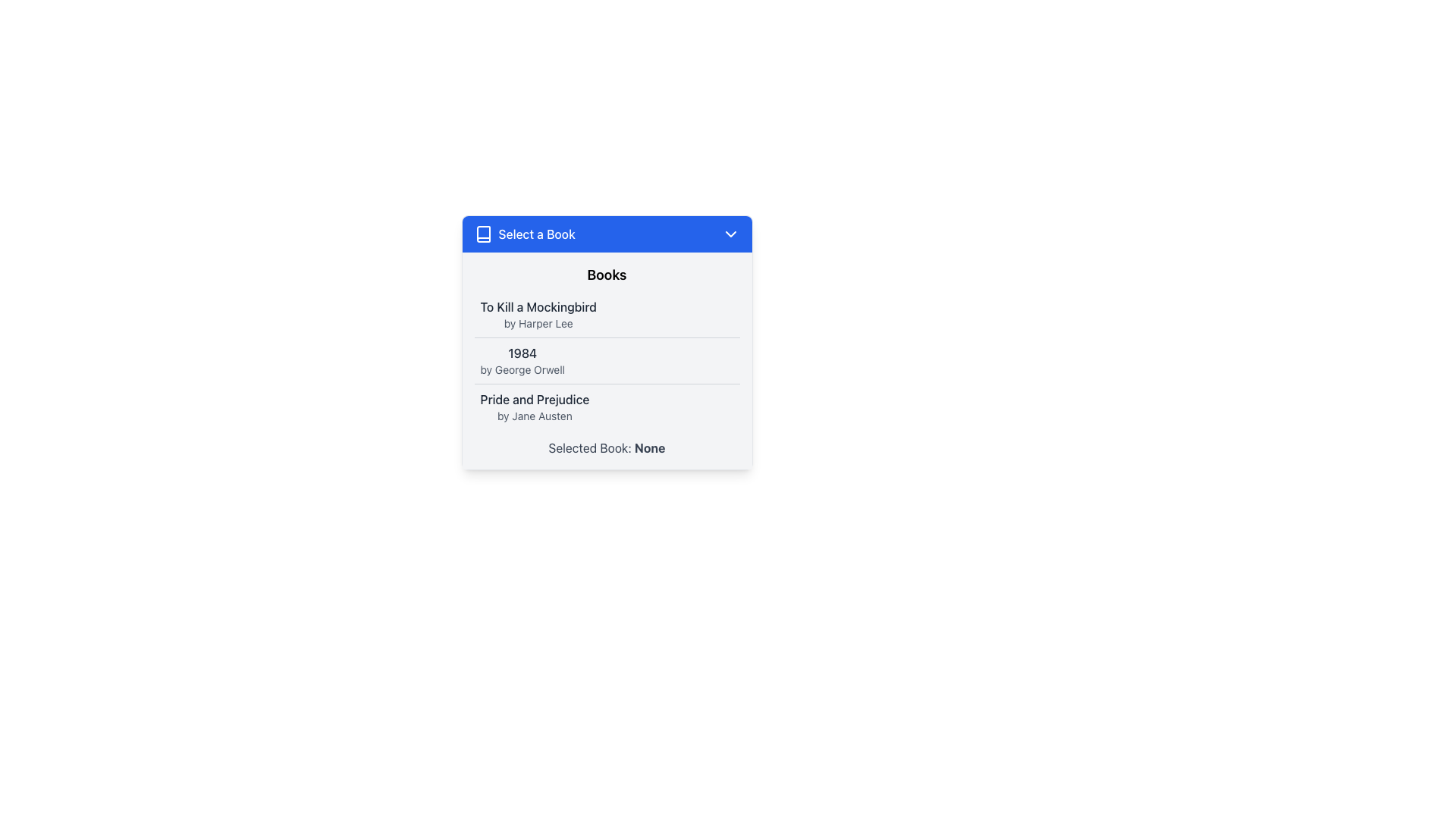 This screenshot has height=819, width=1456. What do you see at coordinates (535, 399) in the screenshot?
I see `title 'Pride and Prejudice' displayed in bold medium-sized font in dark gray, positioned as the third book entry in the 'Books' section of the modal window` at bounding box center [535, 399].